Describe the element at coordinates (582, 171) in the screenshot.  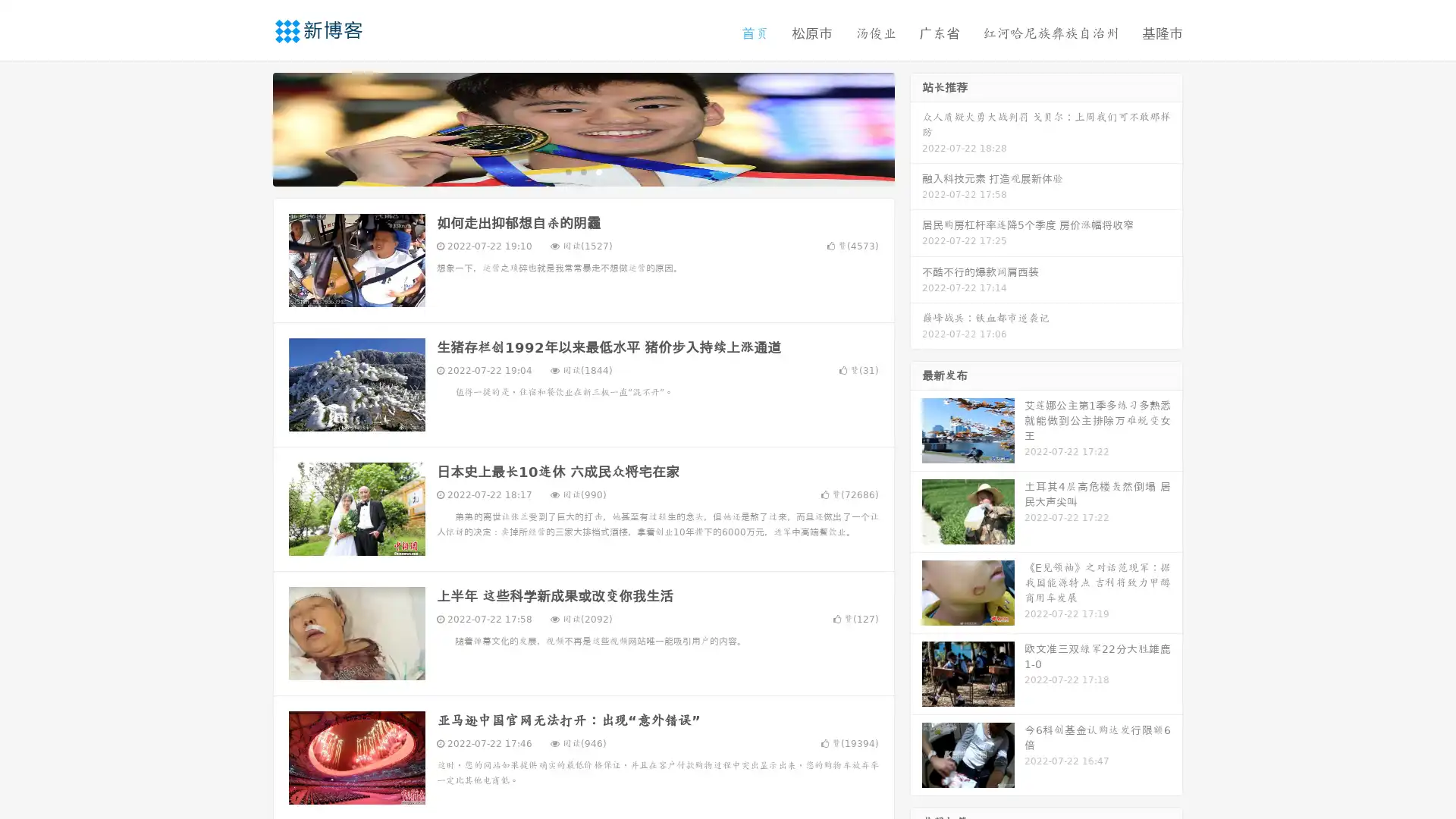
I see `Go to slide 2` at that location.